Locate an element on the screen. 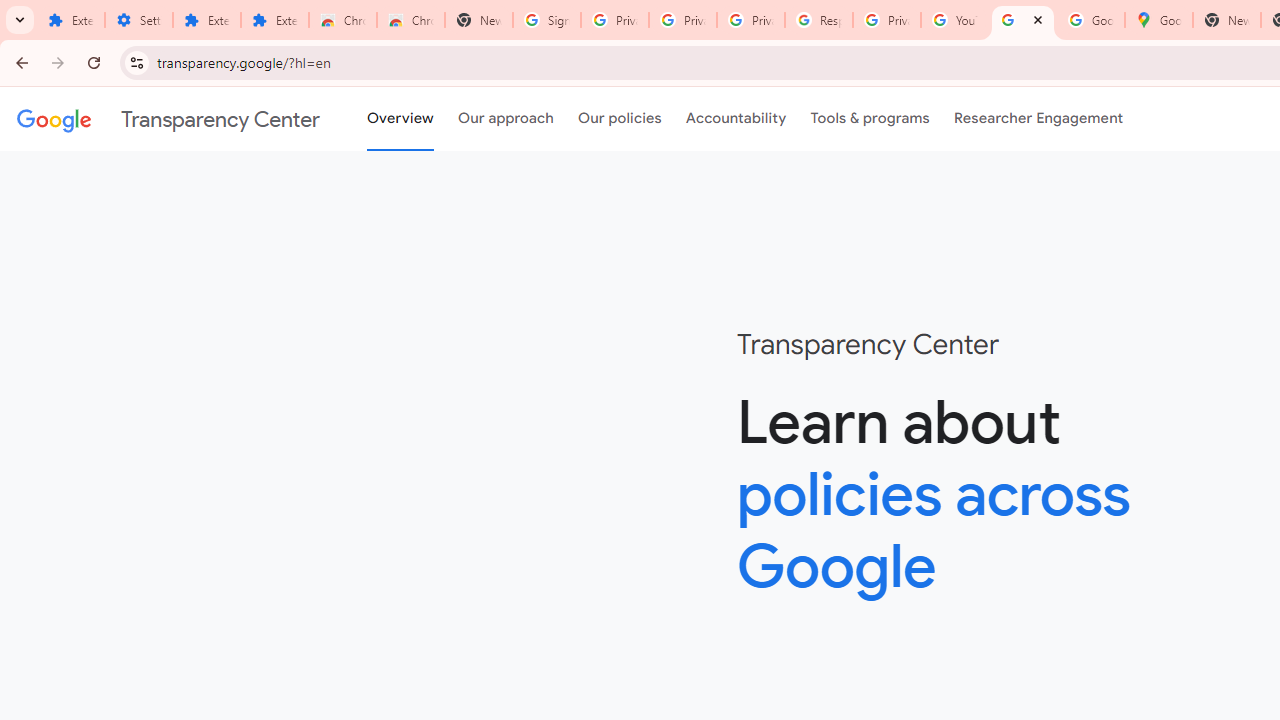 This screenshot has width=1280, height=720. 'Extensions' is located at coordinates (206, 20).